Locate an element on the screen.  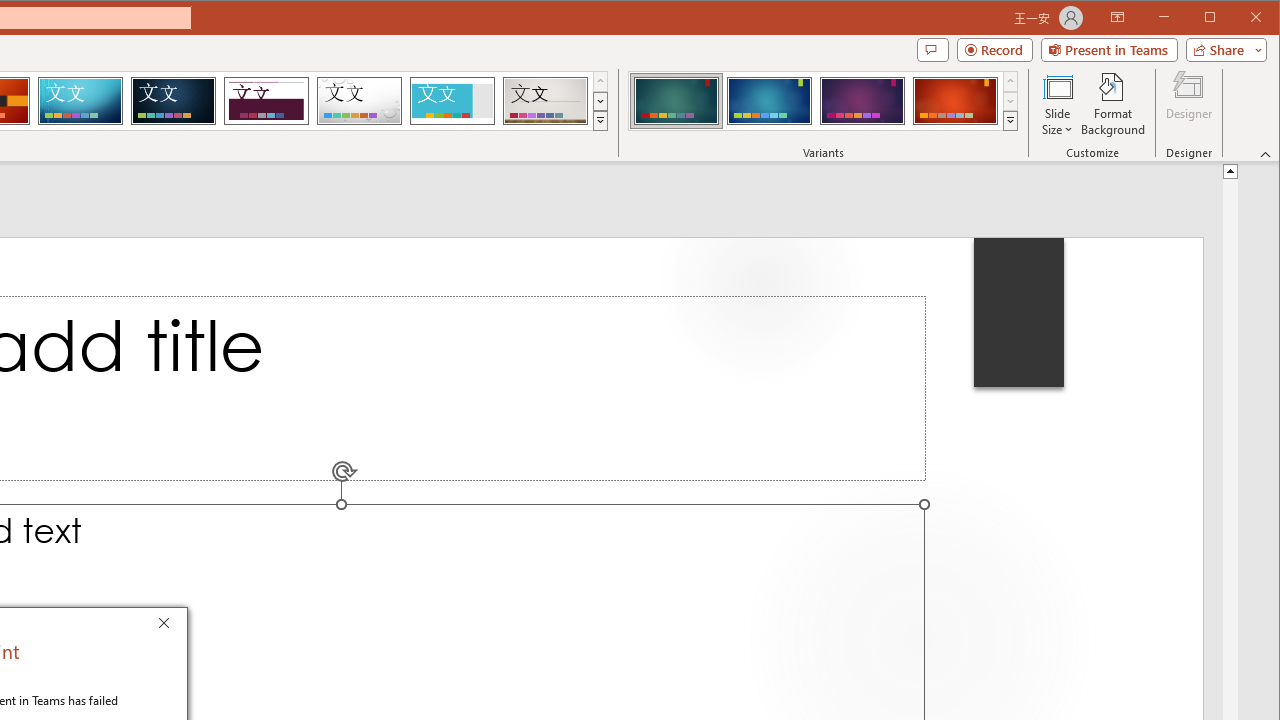
'Gallery' is located at coordinates (545, 100).